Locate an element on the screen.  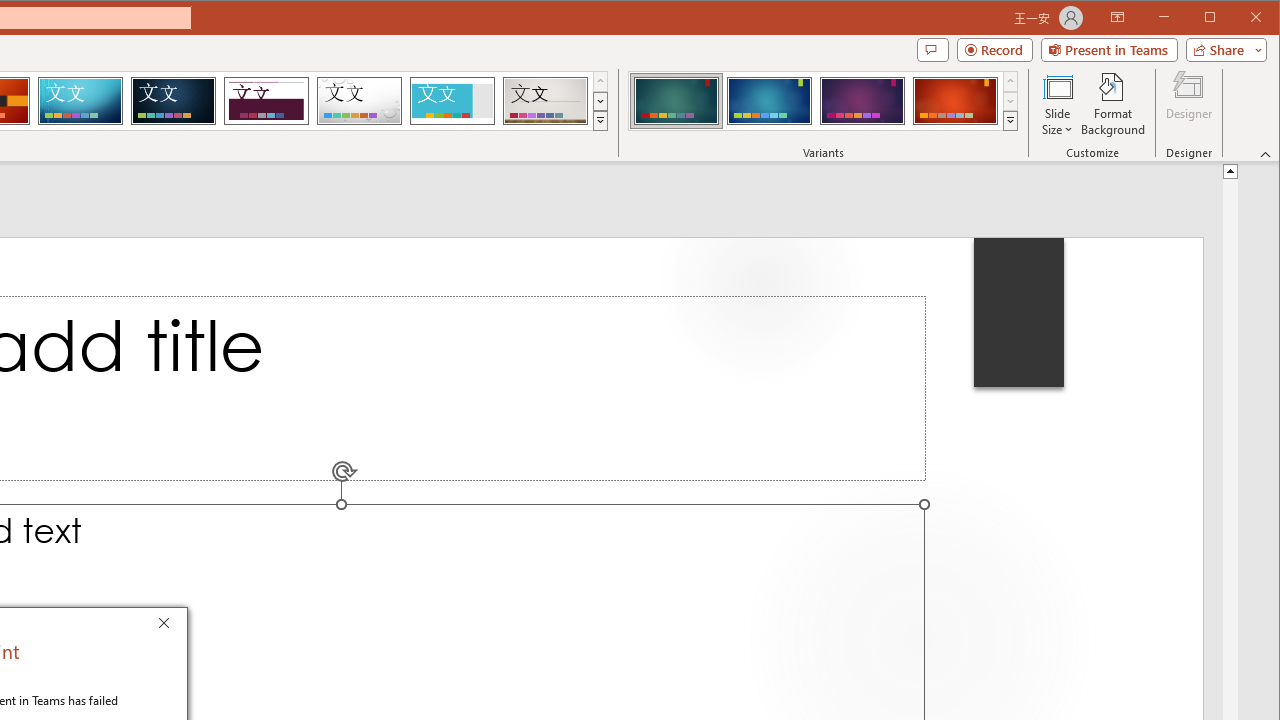
'Gallery' is located at coordinates (545, 100).